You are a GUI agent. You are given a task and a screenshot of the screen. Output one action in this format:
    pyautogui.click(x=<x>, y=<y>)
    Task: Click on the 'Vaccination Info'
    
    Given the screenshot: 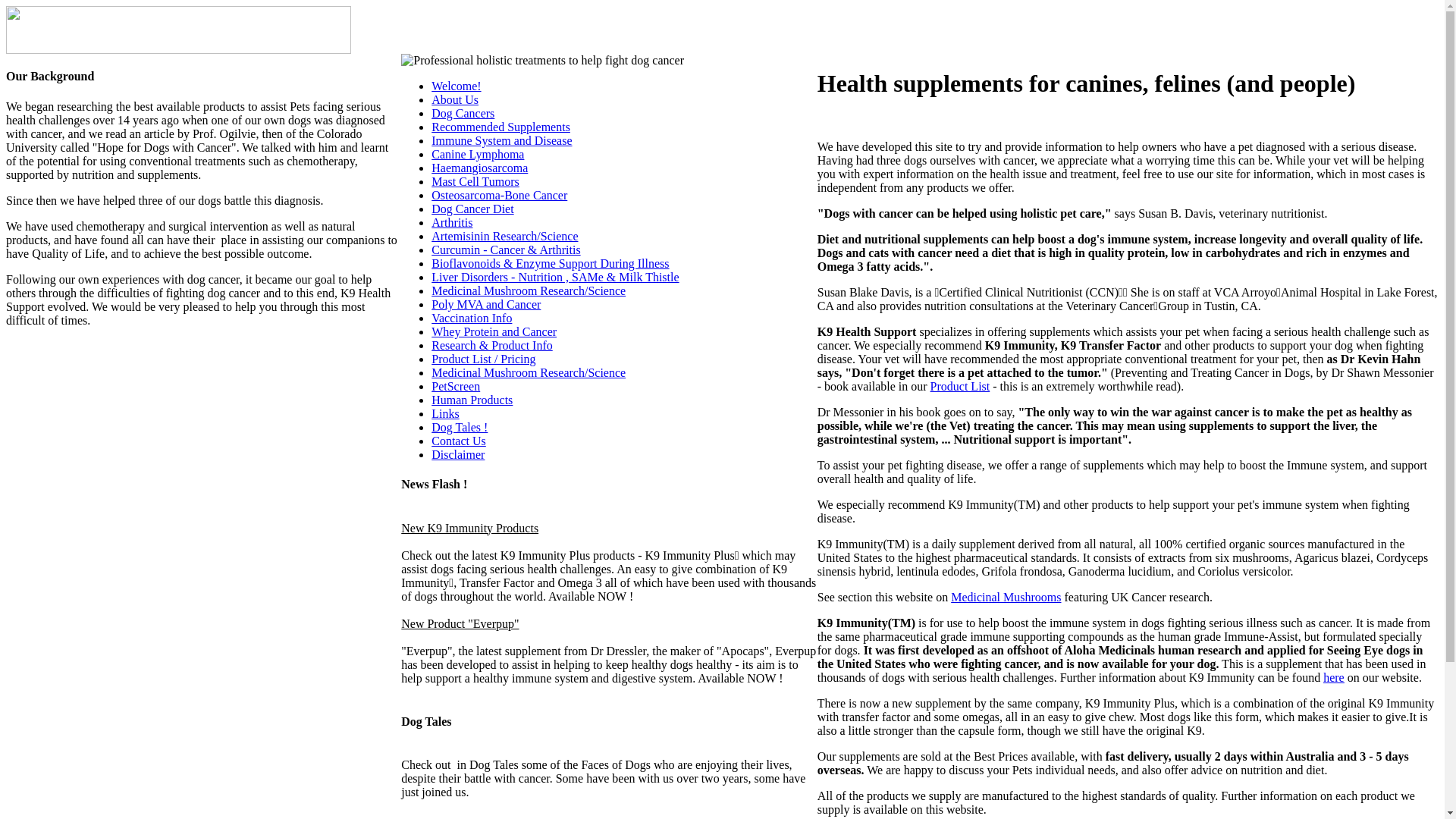 What is the action you would take?
    pyautogui.click(x=471, y=317)
    